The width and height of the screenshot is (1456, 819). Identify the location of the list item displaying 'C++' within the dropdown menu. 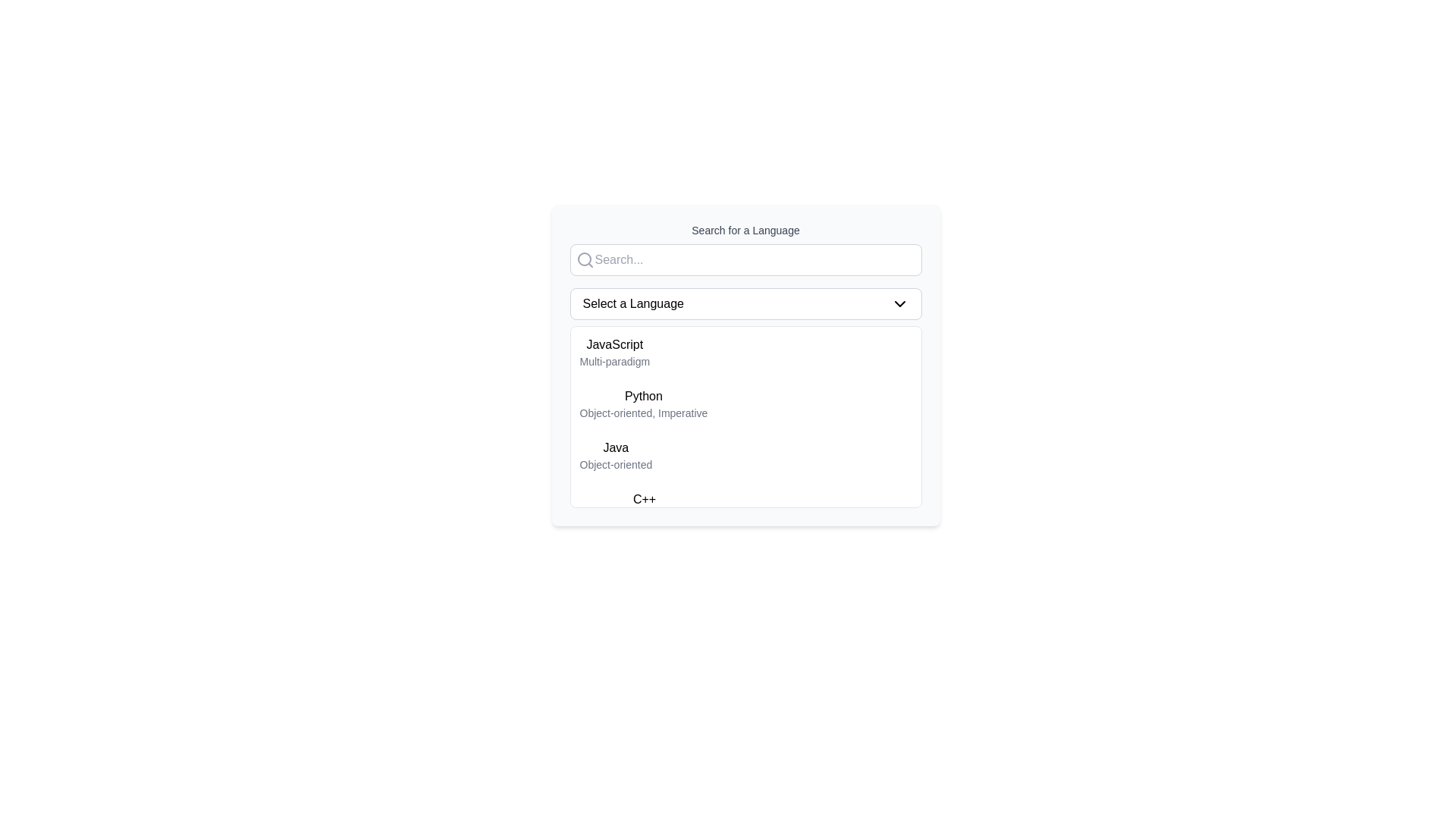
(745, 507).